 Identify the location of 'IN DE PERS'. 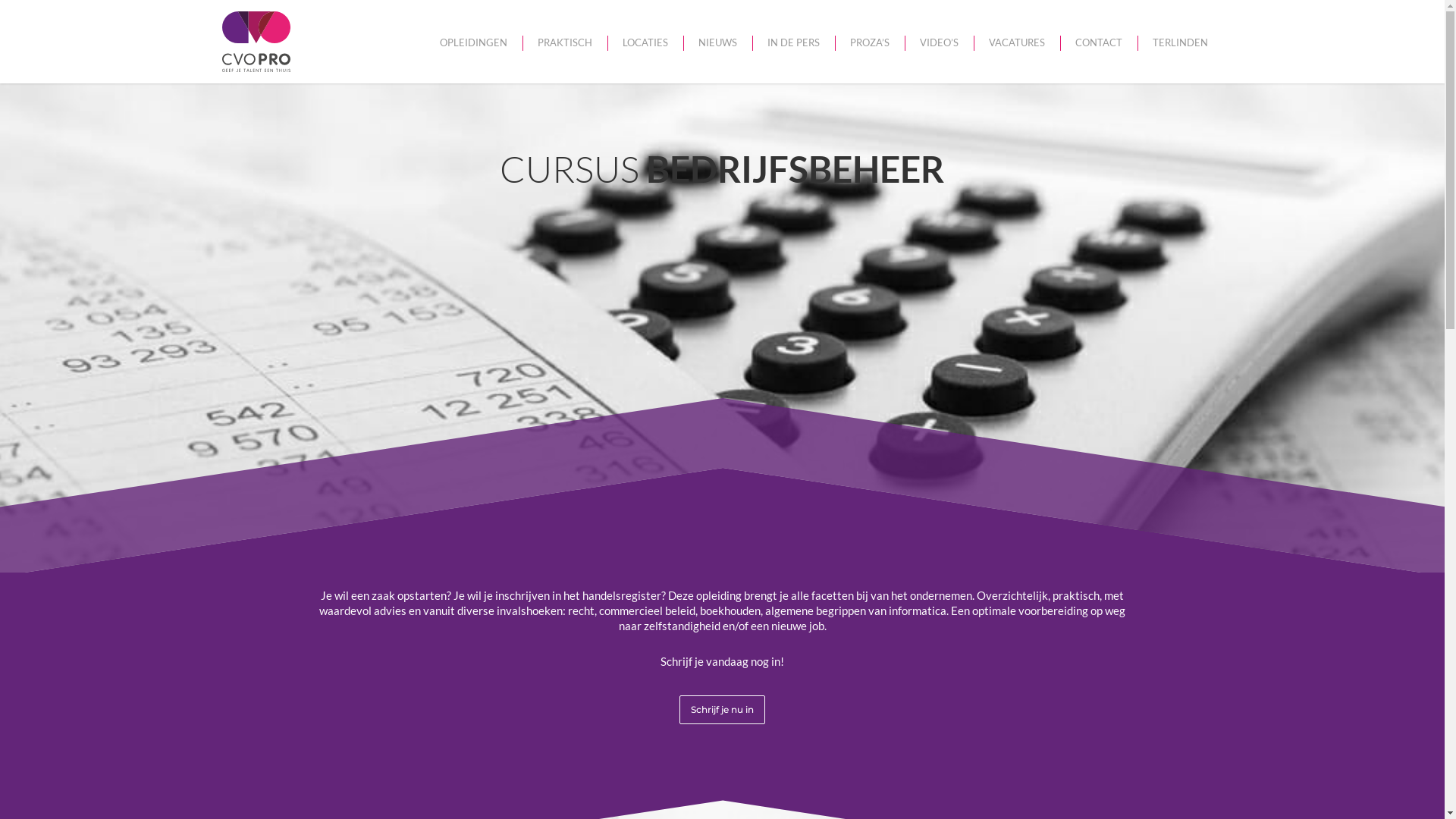
(792, 40).